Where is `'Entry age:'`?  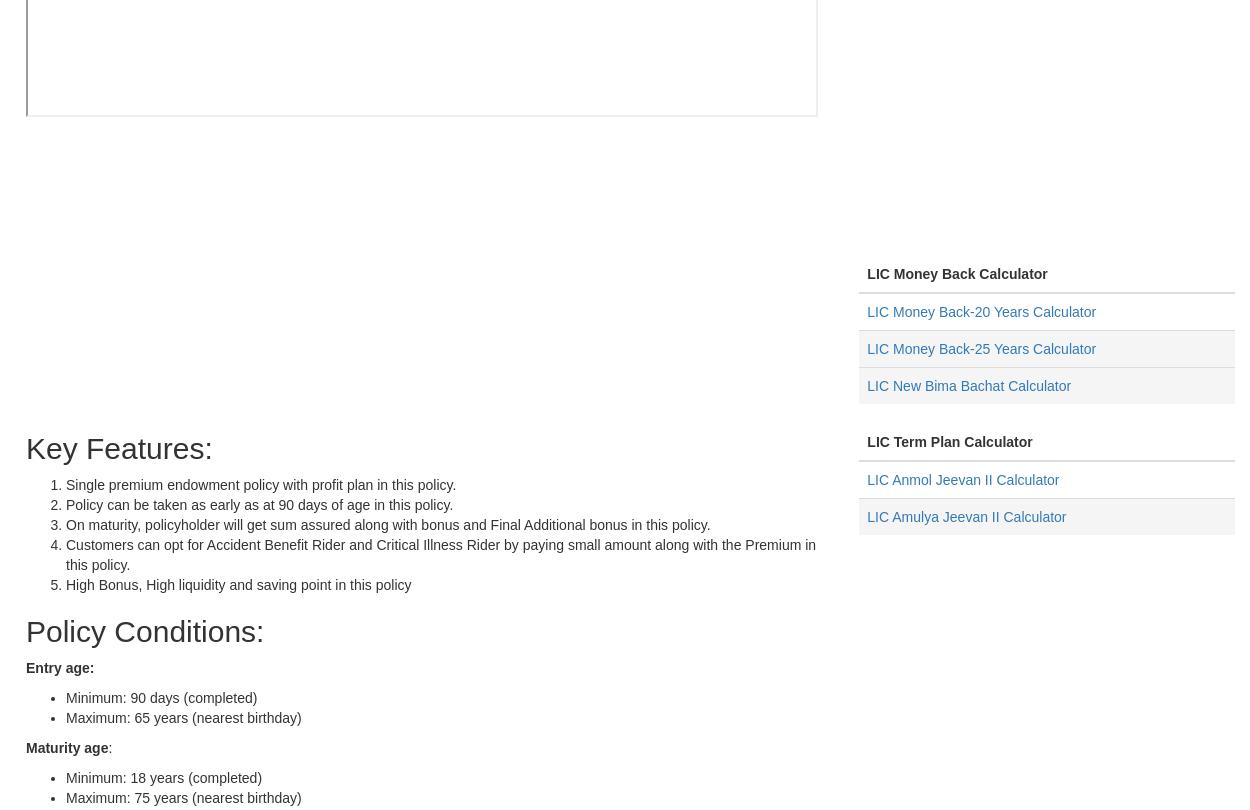 'Entry age:' is located at coordinates (60, 667).